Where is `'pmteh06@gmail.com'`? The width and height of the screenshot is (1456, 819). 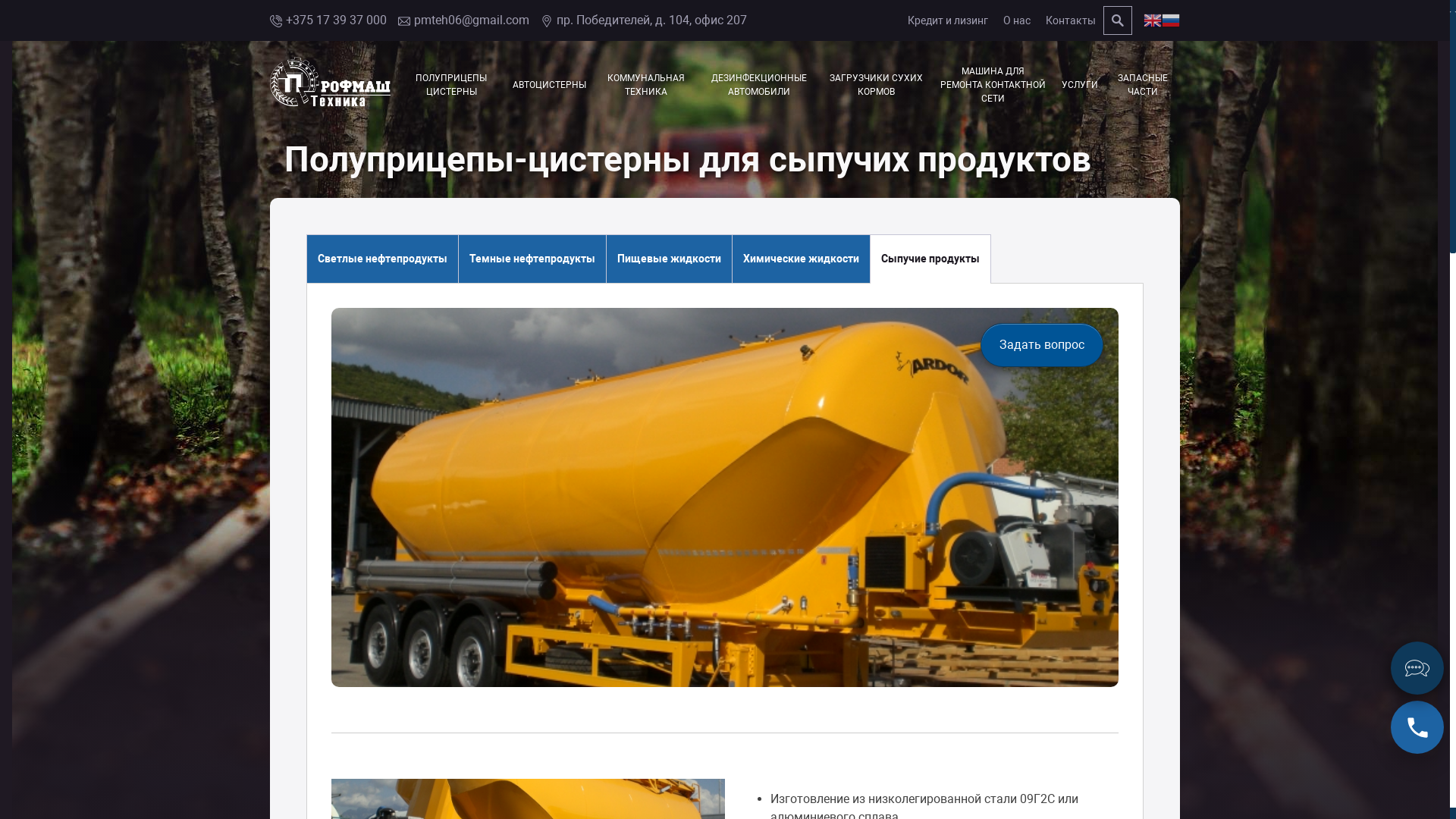
'pmteh06@gmail.com' is located at coordinates (463, 20).